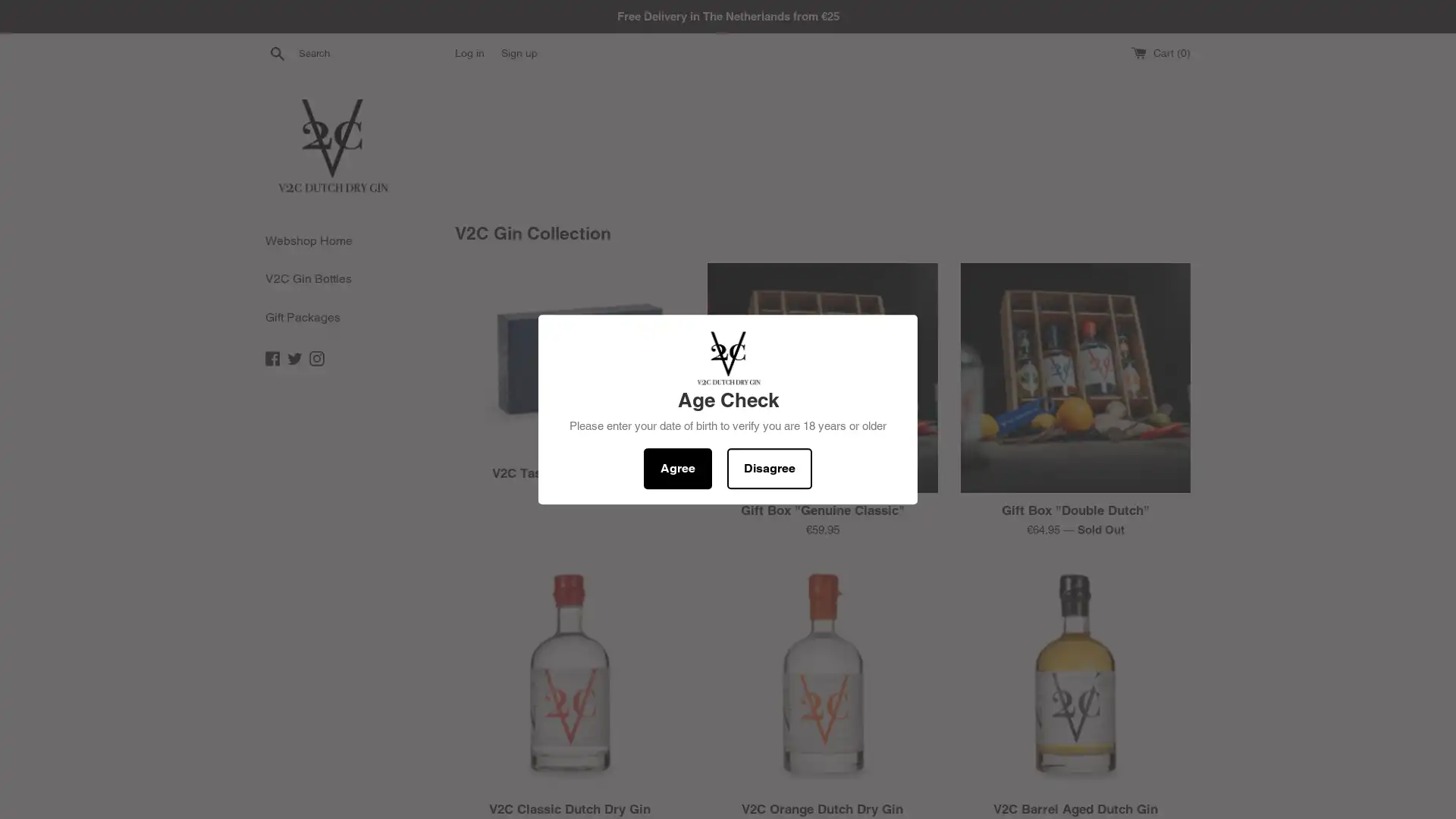 This screenshot has width=1456, height=819. Describe the element at coordinates (676, 467) in the screenshot. I see `Agree` at that location.